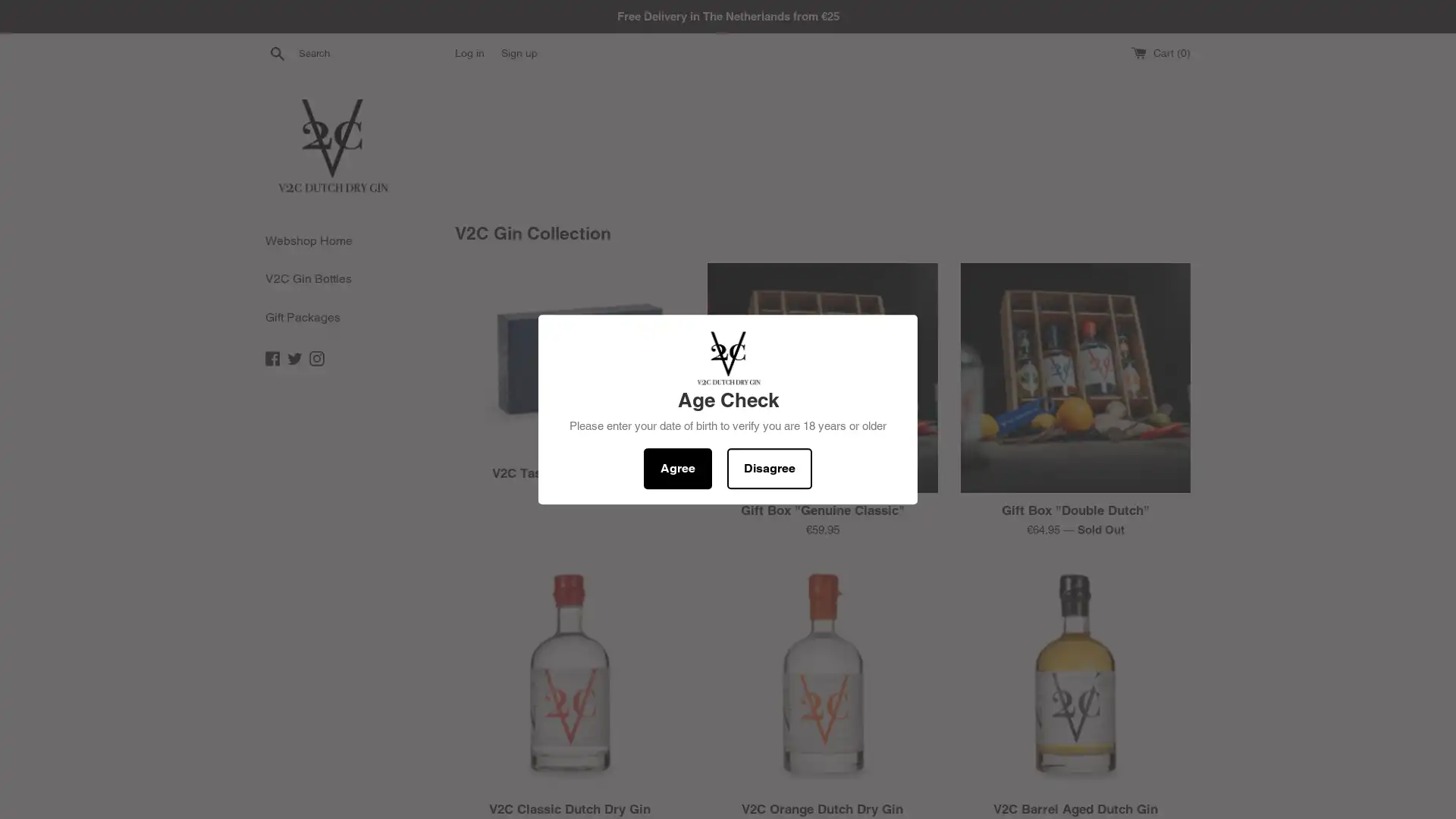 This screenshot has width=1456, height=819. Describe the element at coordinates (676, 467) in the screenshot. I see `Agree` at that location.